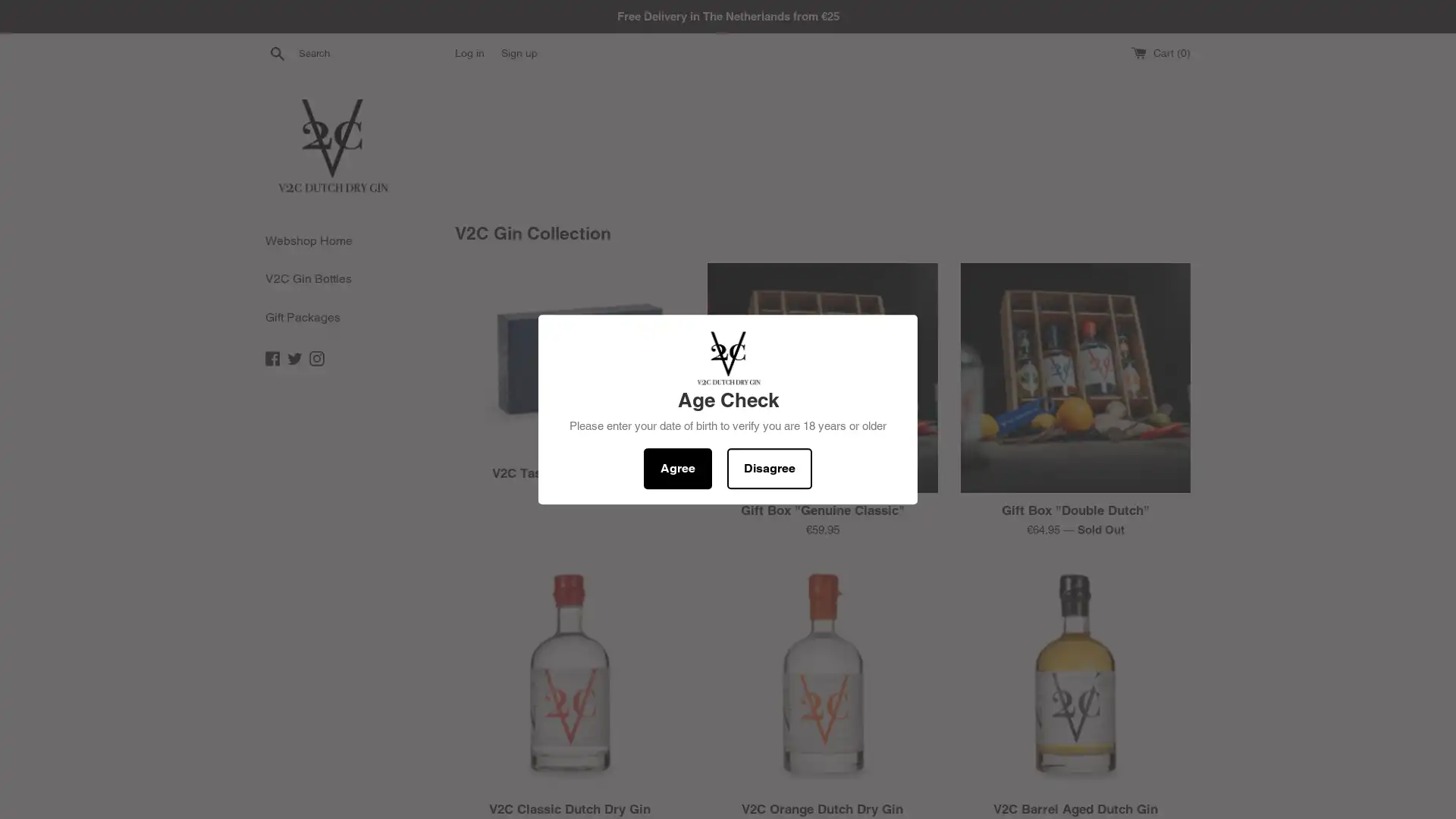 This screenshot has width=1456, height=819. Describe the element at coordinates (676, 467) in the screenshot. I see `Agree` at that location.